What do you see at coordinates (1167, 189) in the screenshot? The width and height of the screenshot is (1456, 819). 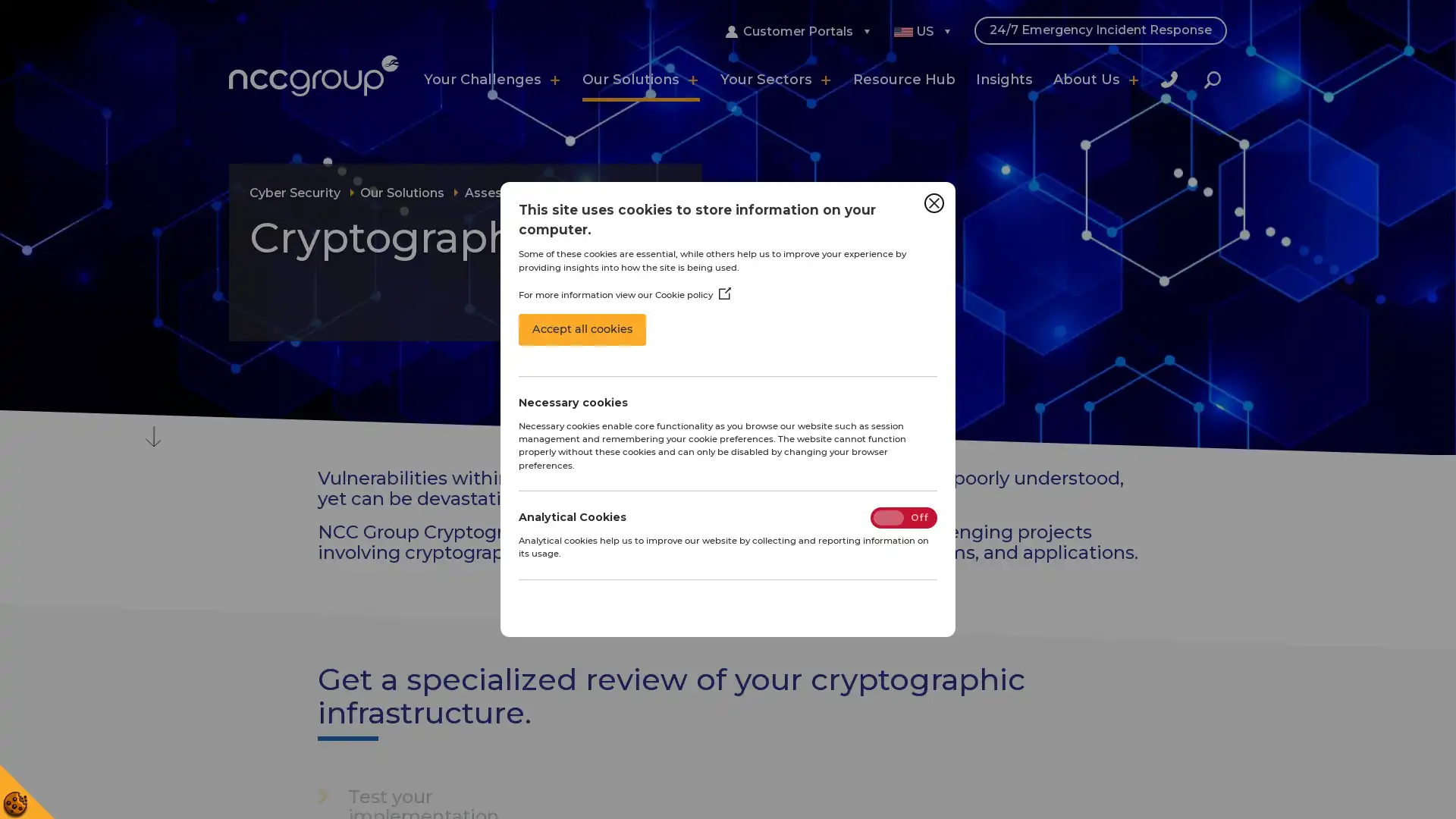 I see `Search` at bounding box center [1167, 189].